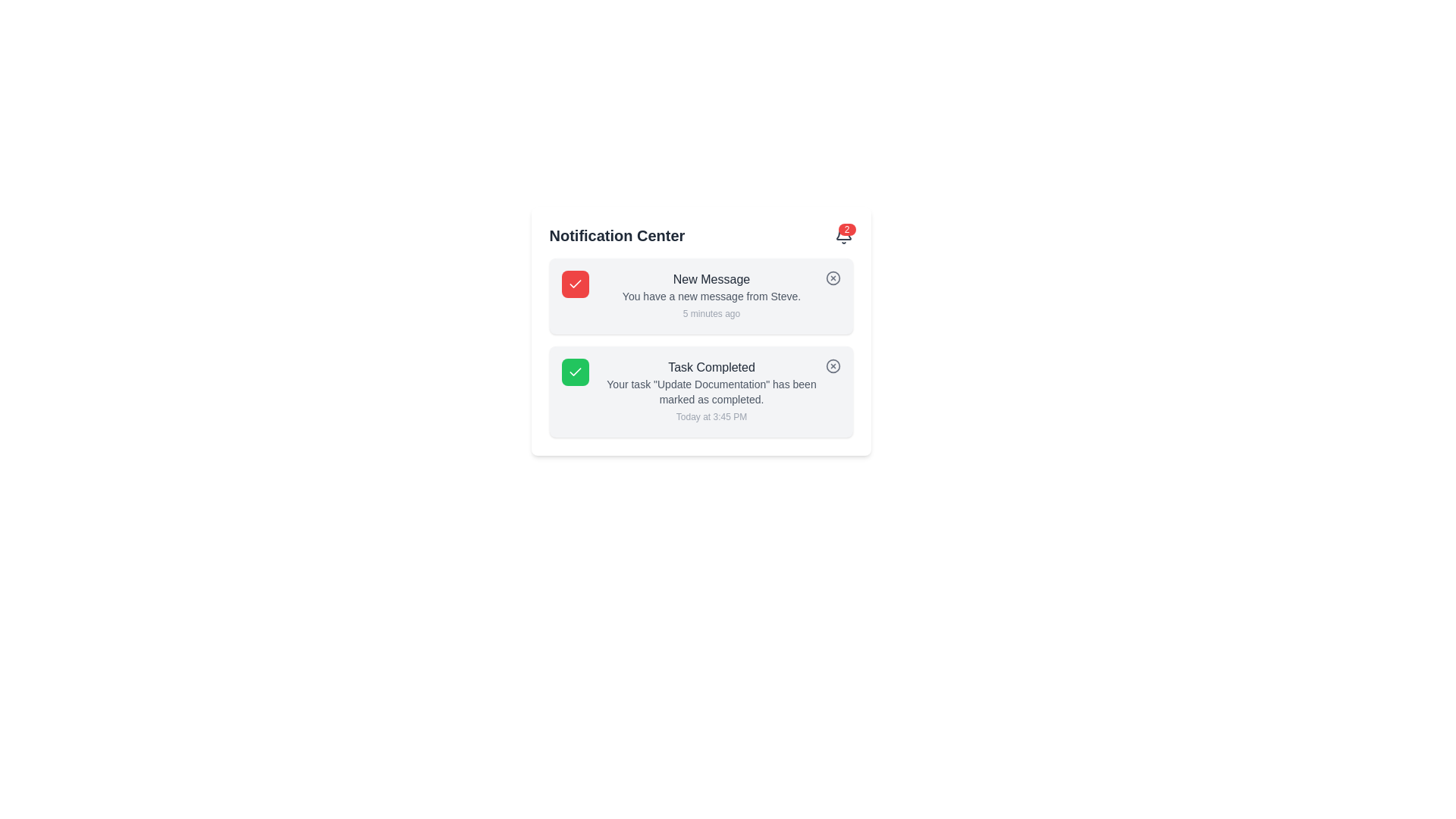  What do you see at coordinates (711, 296) in the screenshot?
I see `the surrounding elements of the 'New Message' notification, which includes a bold title and accompanying text, by clicking on it if visible` at bounding box center [711, 296].